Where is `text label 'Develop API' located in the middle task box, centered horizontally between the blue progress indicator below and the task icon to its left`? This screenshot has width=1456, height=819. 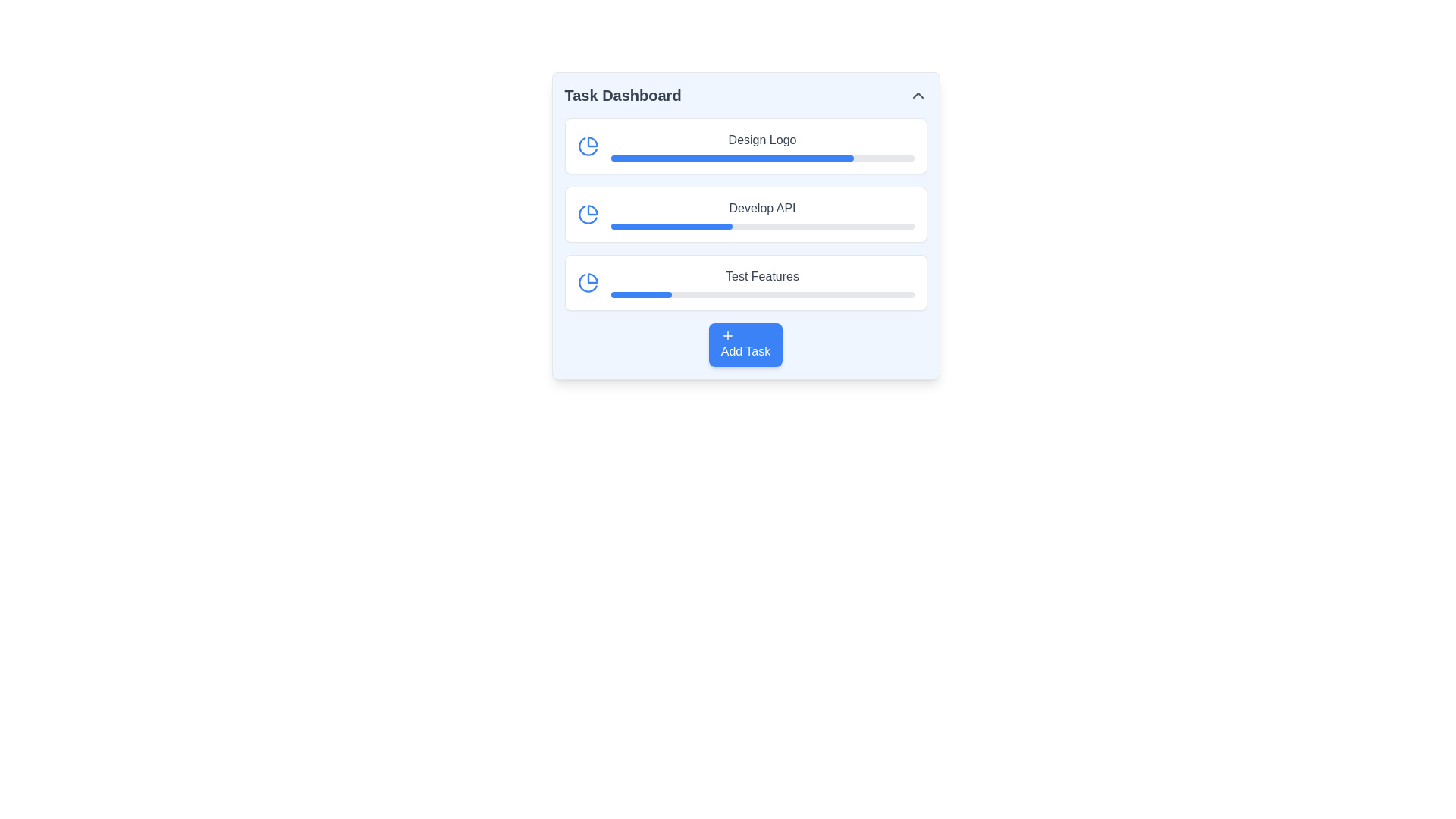 text label 'Develop API' located in the middle task box, centered horizontally between the blue progress indicator below and the task icon to its left is located at coordinates (762, 208).